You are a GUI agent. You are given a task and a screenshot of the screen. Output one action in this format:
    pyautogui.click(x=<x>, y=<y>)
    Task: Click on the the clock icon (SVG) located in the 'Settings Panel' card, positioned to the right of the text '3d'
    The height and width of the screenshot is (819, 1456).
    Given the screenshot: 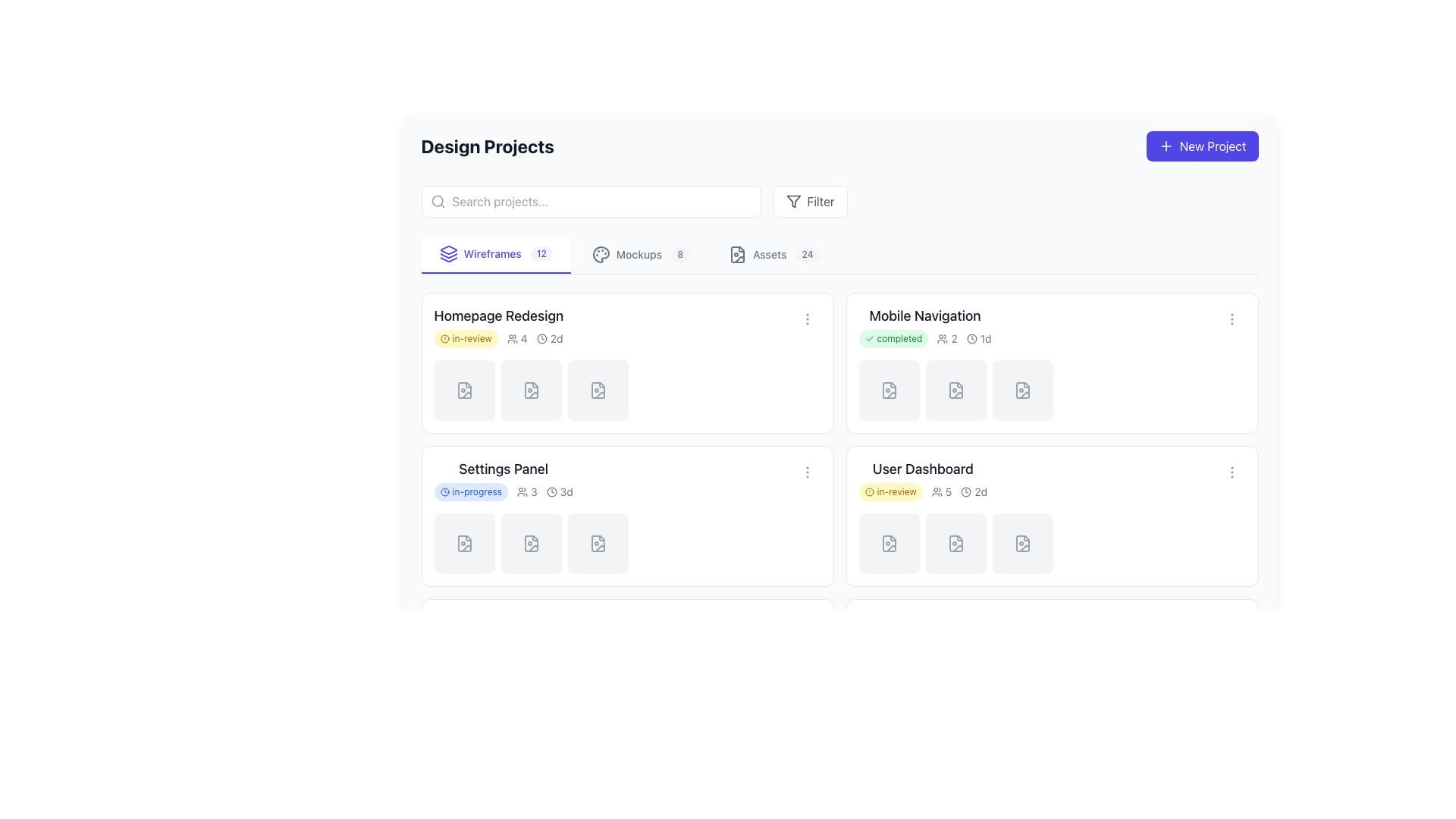 What is the action you would take?
    pyautogui.click(x=551, y=491)
    